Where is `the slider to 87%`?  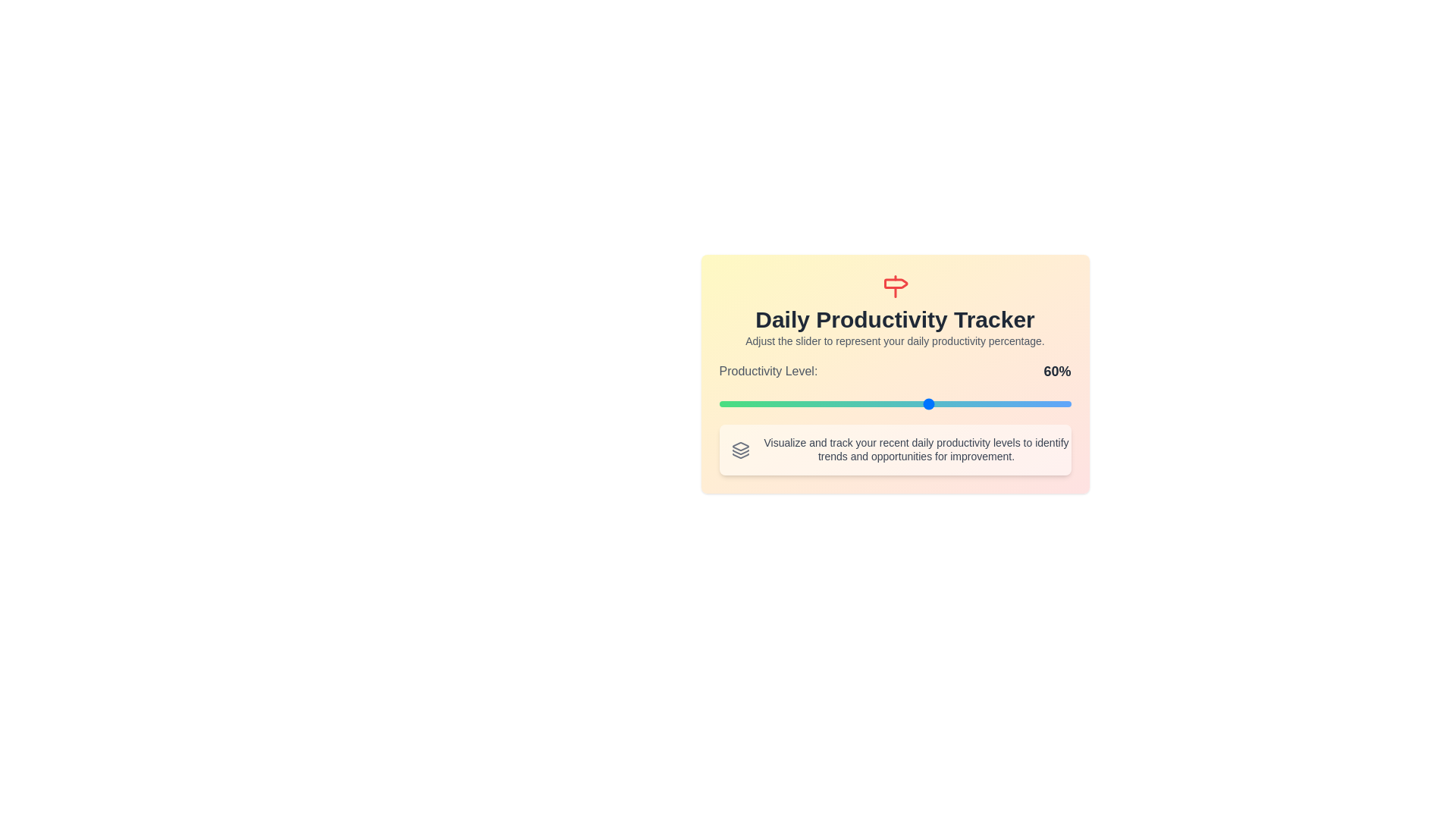 the slider to 87% is located at coordinates (1025, 403).